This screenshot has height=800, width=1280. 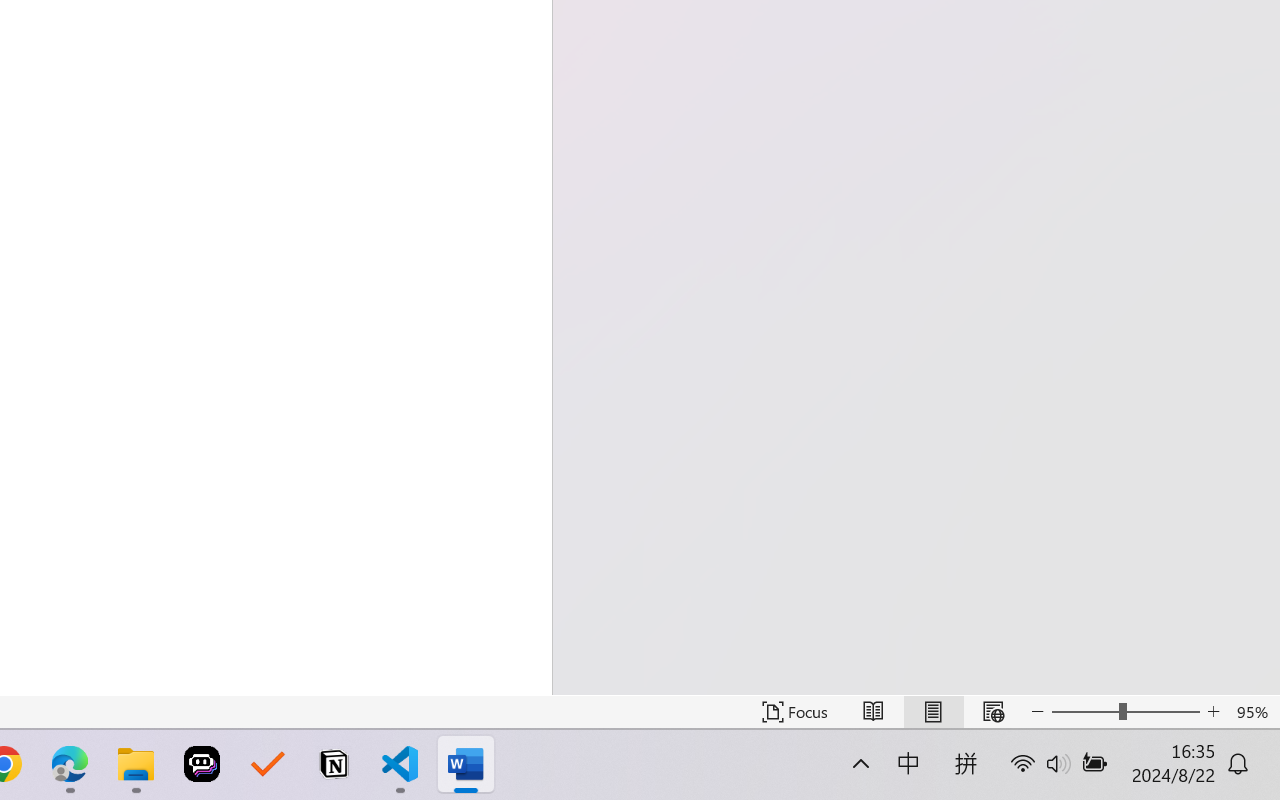 What do you see at coordinates (1252, 711) in the screenshot?
I see `'Zoom 95%'` at bounding box center [1252, 711].